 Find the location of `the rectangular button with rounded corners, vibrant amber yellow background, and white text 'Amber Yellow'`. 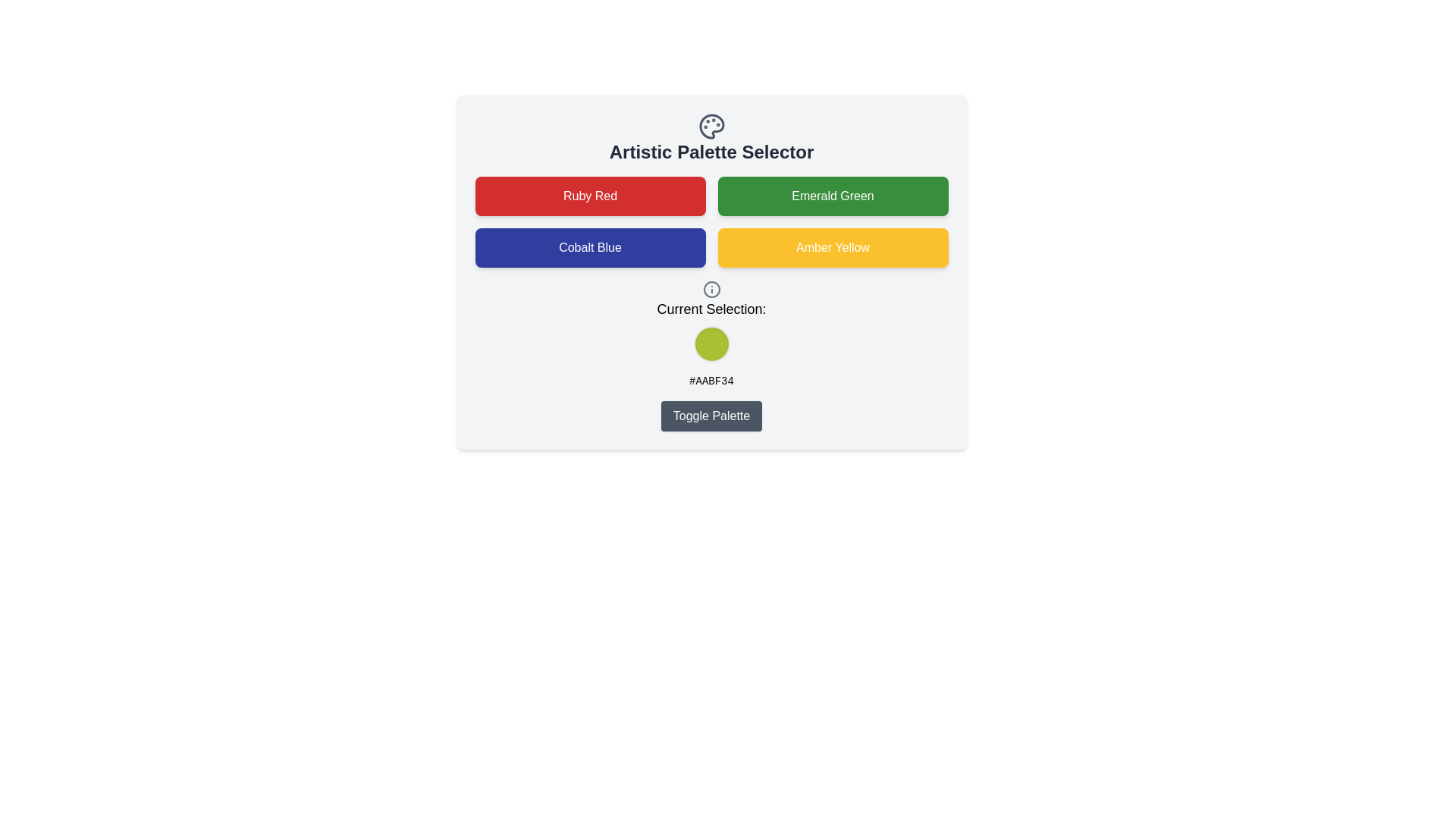

the rectangular button with rounded corners, vibrant amber yellow background, and white text 'Amber Yellow' is located at coordinates (832, 247).